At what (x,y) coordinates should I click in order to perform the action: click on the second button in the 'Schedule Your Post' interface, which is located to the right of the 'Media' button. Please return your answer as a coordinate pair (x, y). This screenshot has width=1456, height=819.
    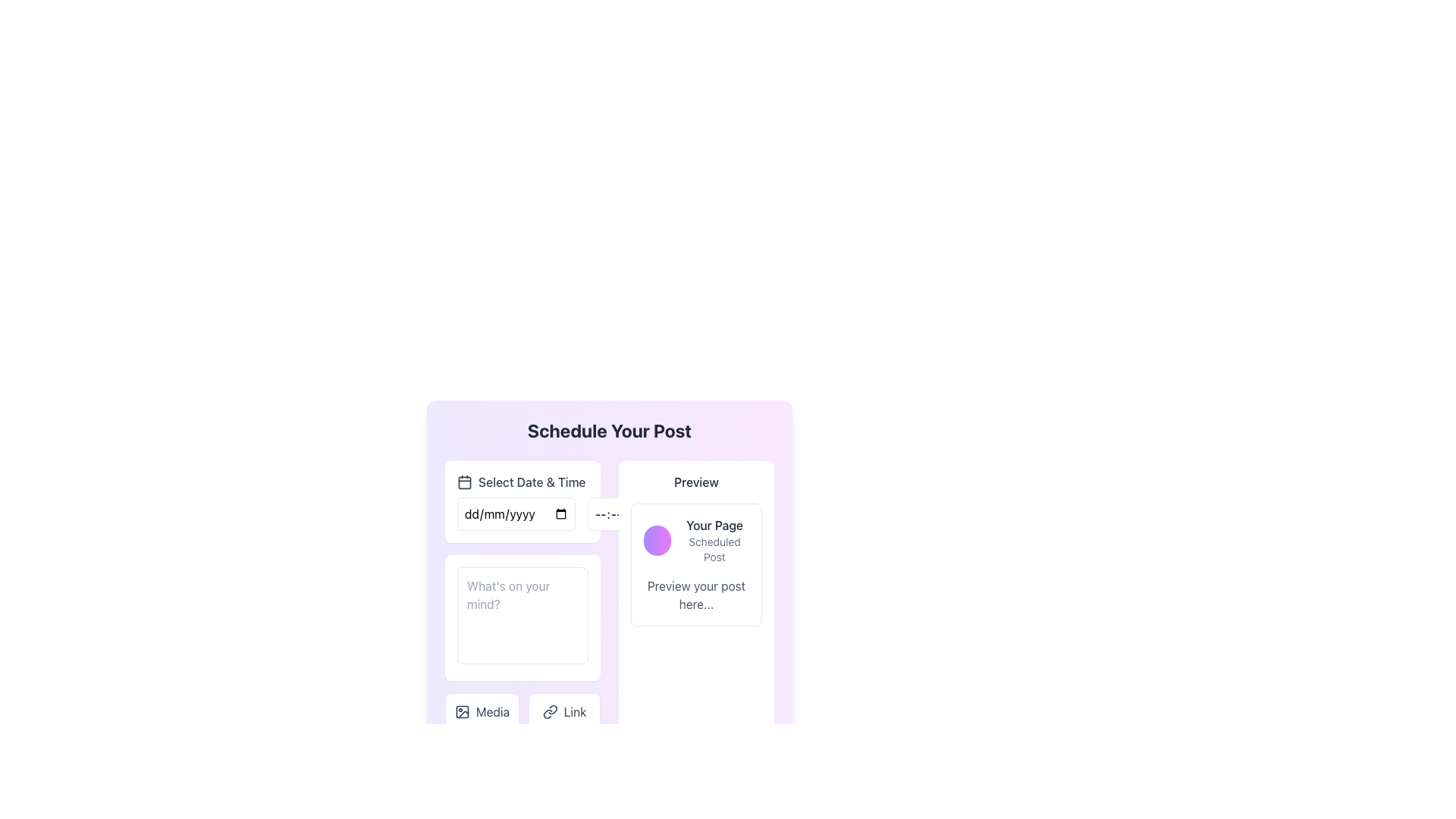
    Looking at the image, I should click on (563, 711).